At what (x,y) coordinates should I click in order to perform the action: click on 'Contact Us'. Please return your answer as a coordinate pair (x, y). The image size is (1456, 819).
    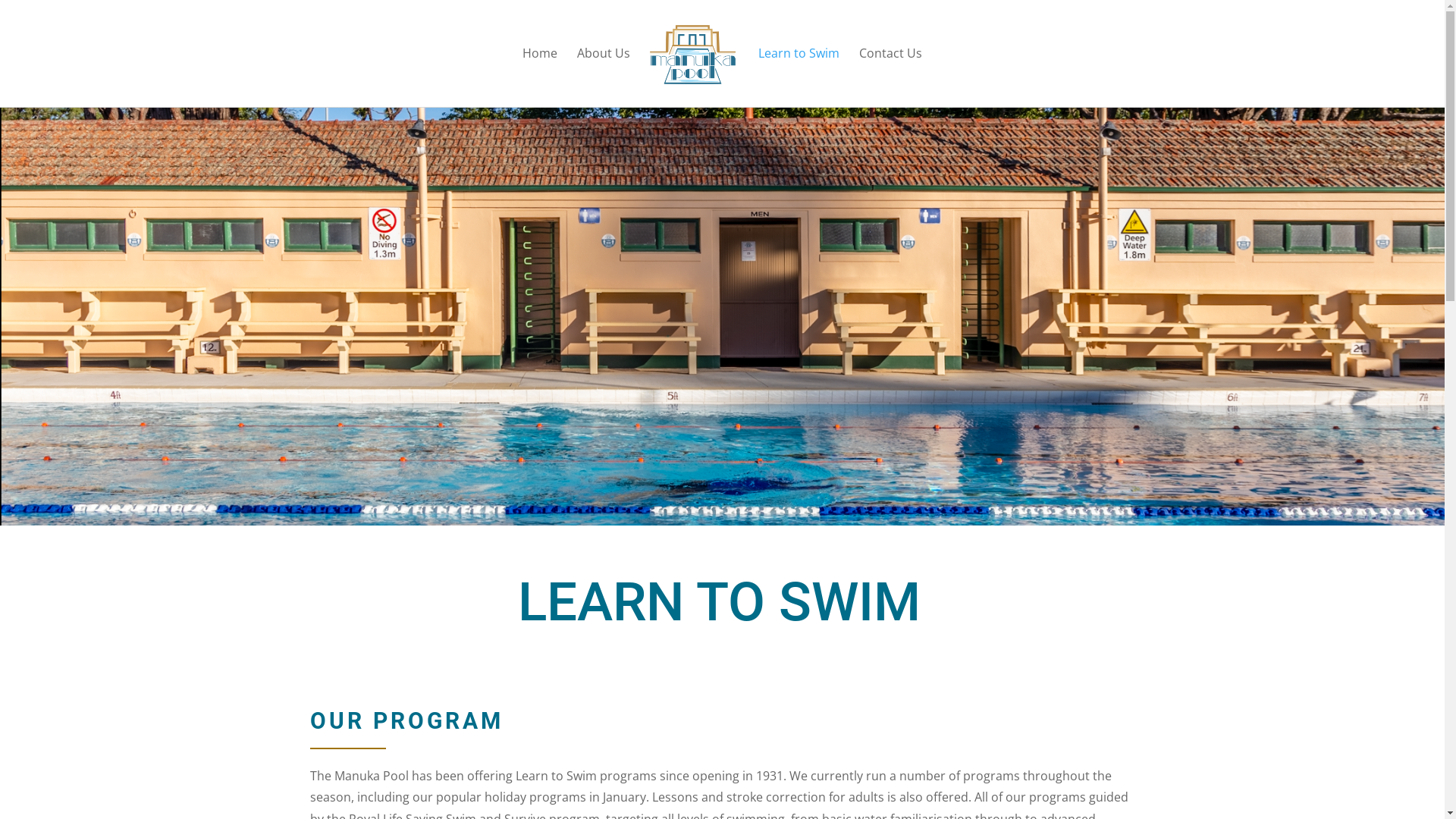
    Looking at the image, I should click on (890, 77).